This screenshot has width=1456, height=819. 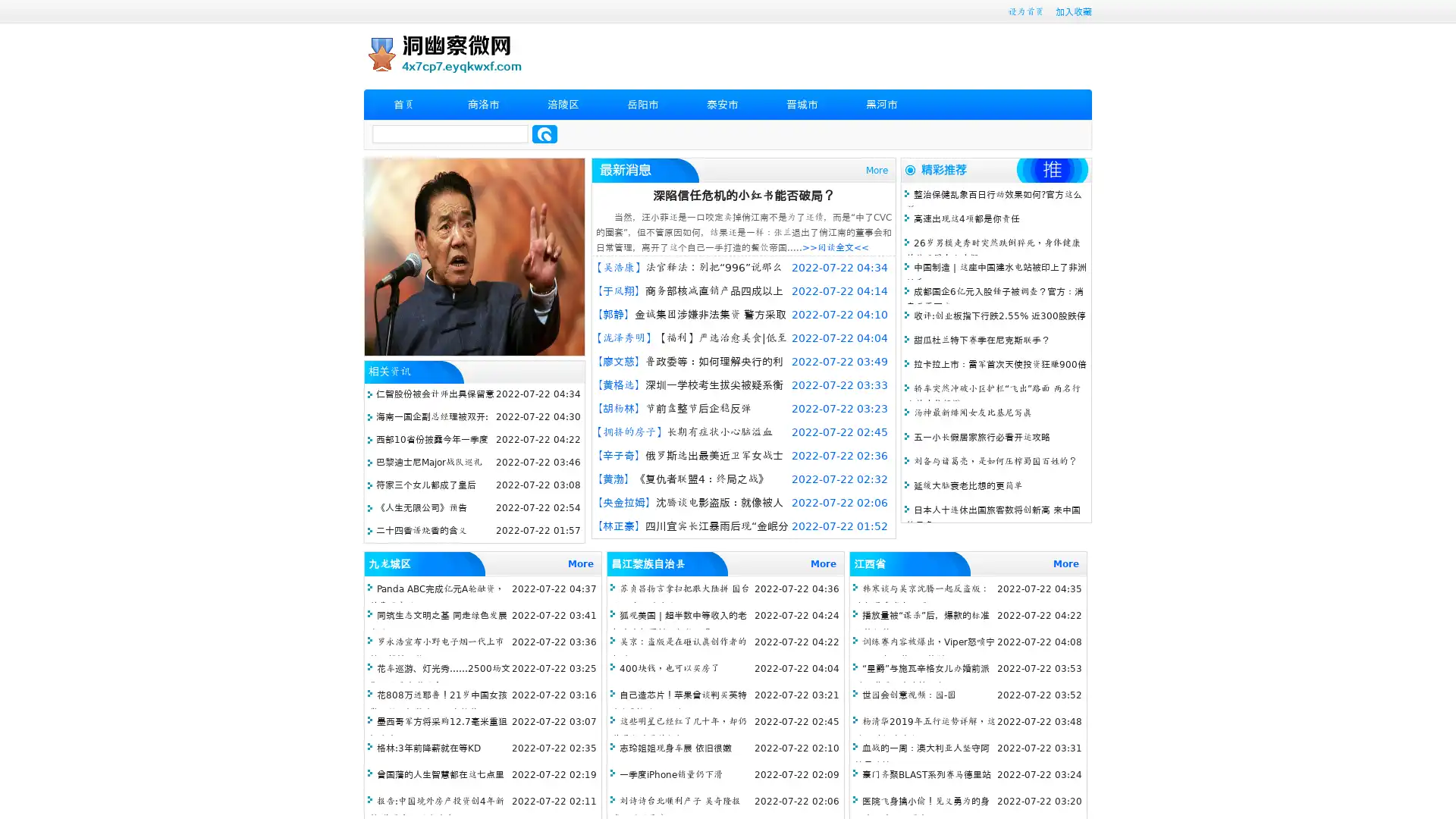 What do you see at coordinates (544, 133) in the screenshot?
I see `Search` at bounding box center [544, 133].